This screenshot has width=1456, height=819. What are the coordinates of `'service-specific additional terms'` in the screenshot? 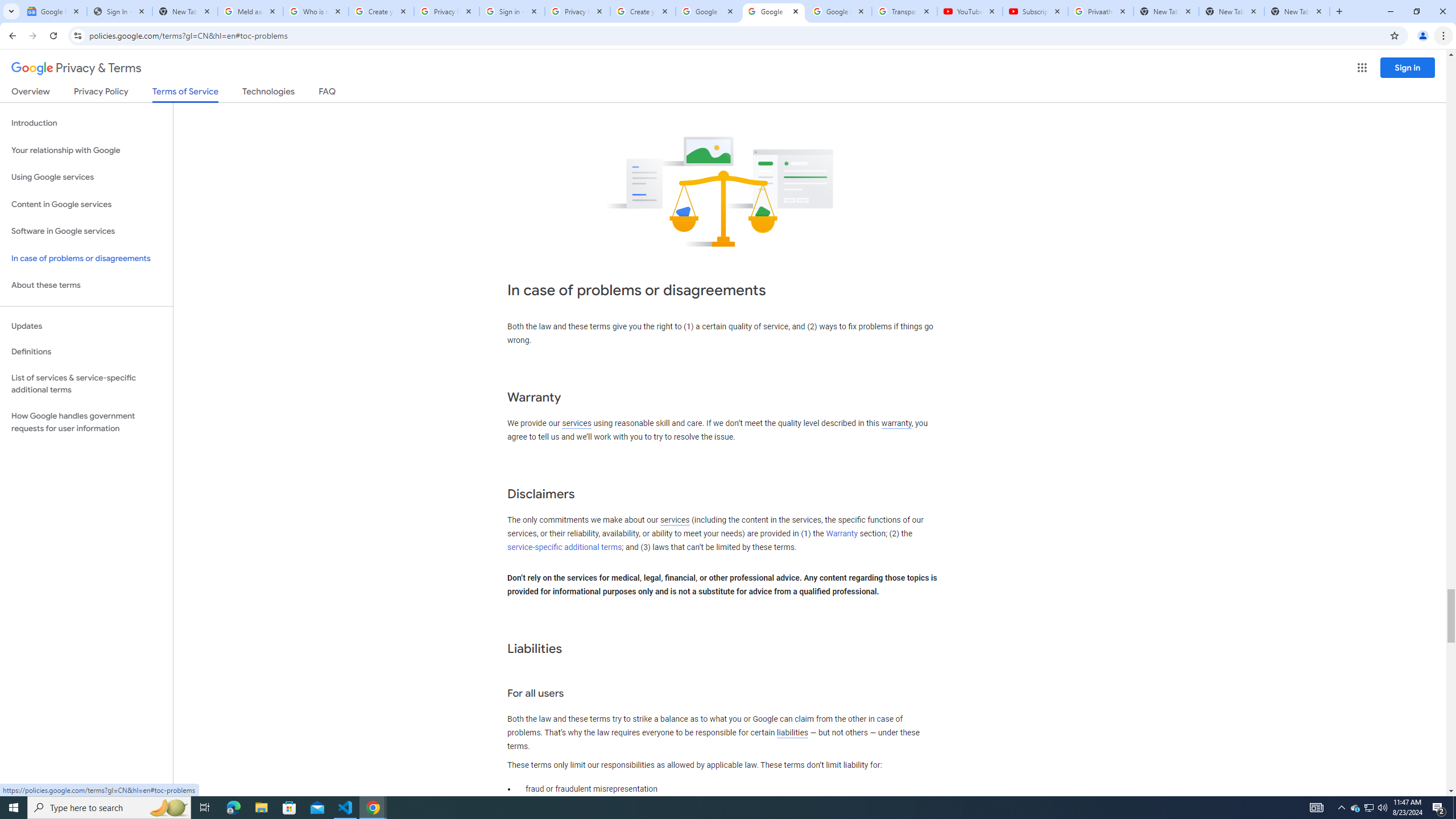 It's located at (564, 547).